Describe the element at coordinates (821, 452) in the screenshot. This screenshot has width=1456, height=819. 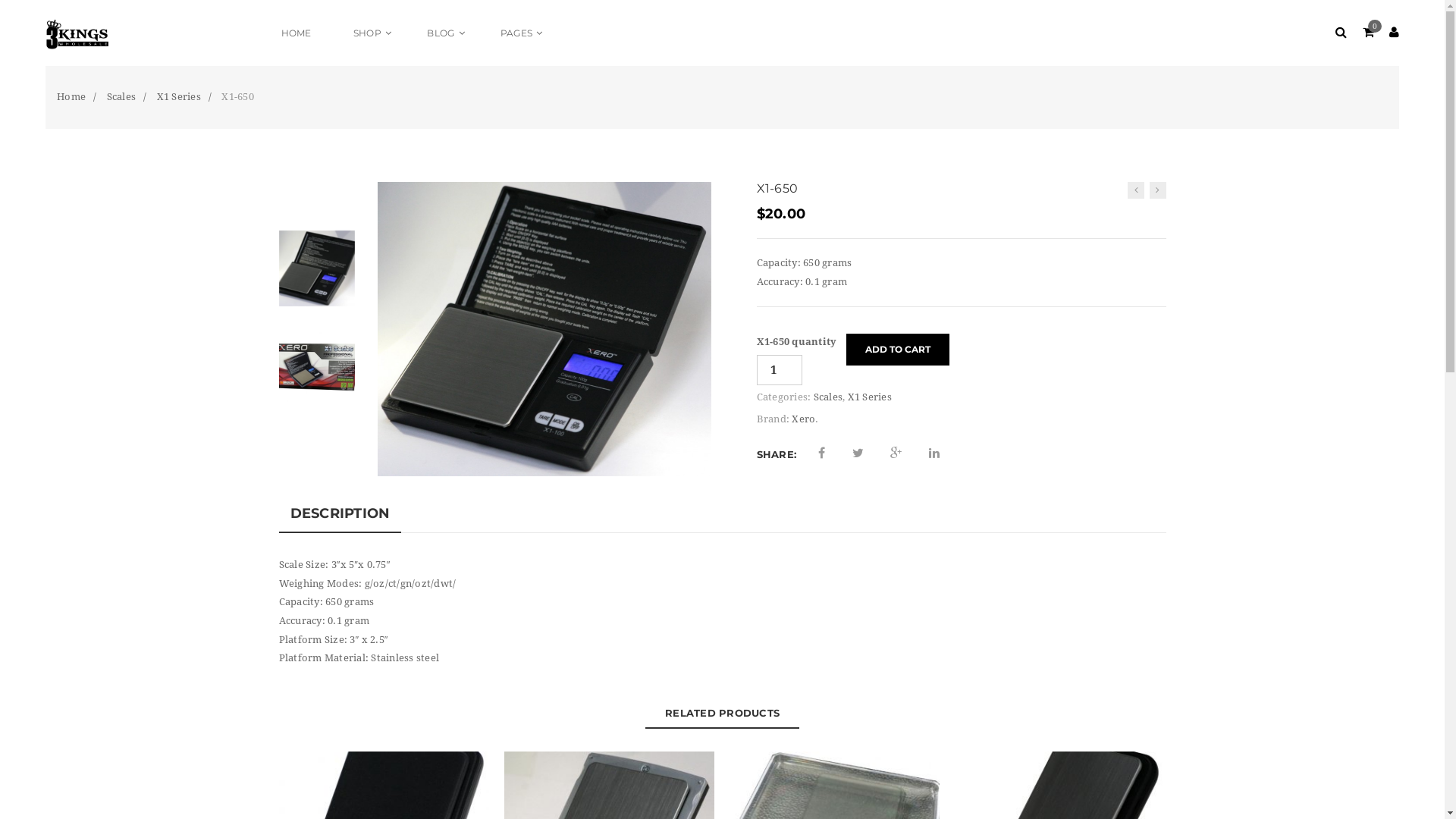
I see `'Share on Facebook'` at that location.